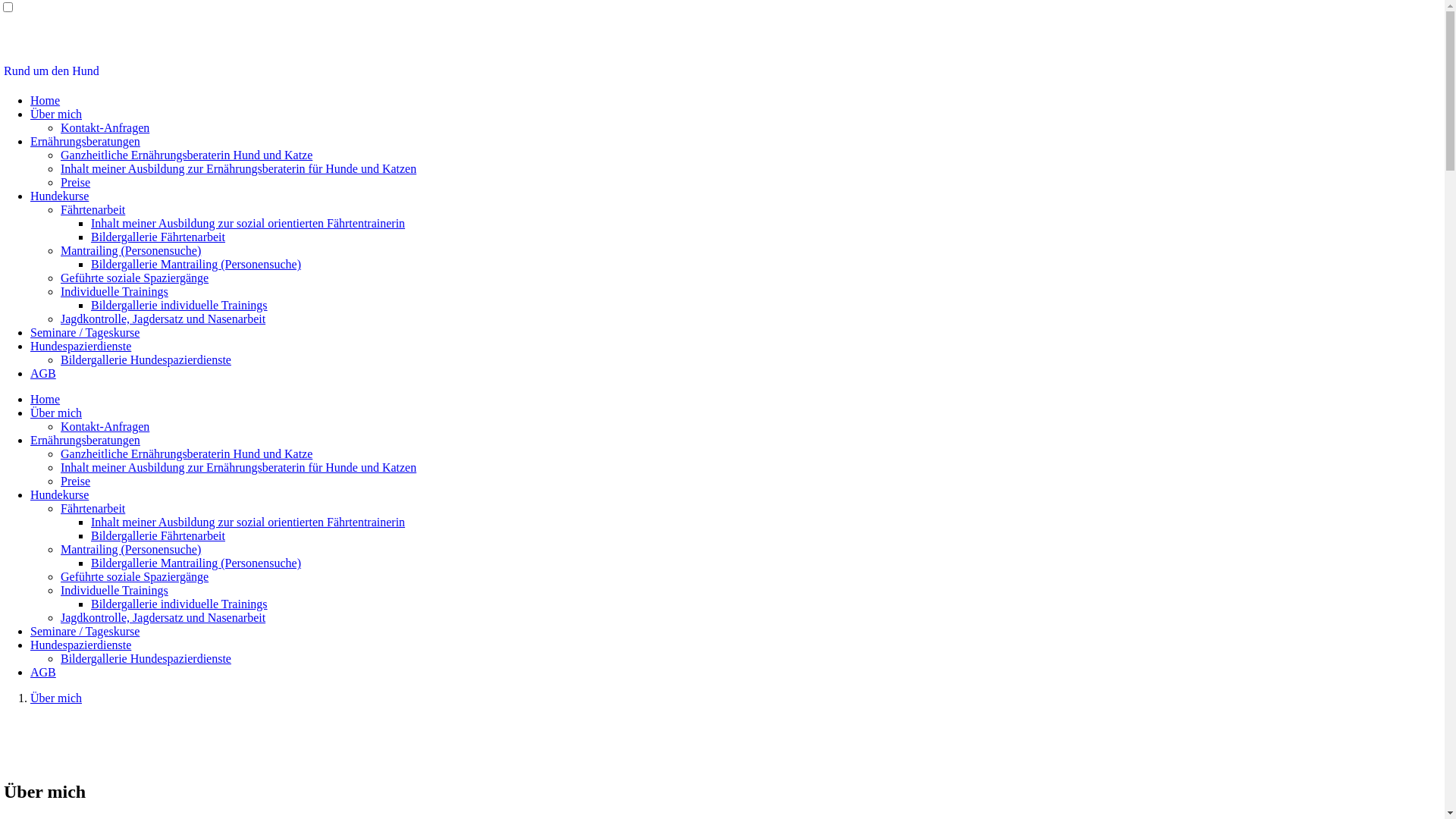 Image resolution: width=1456 pixels, height=819 pixels. I want to click on 'Home', so click(45, 398).